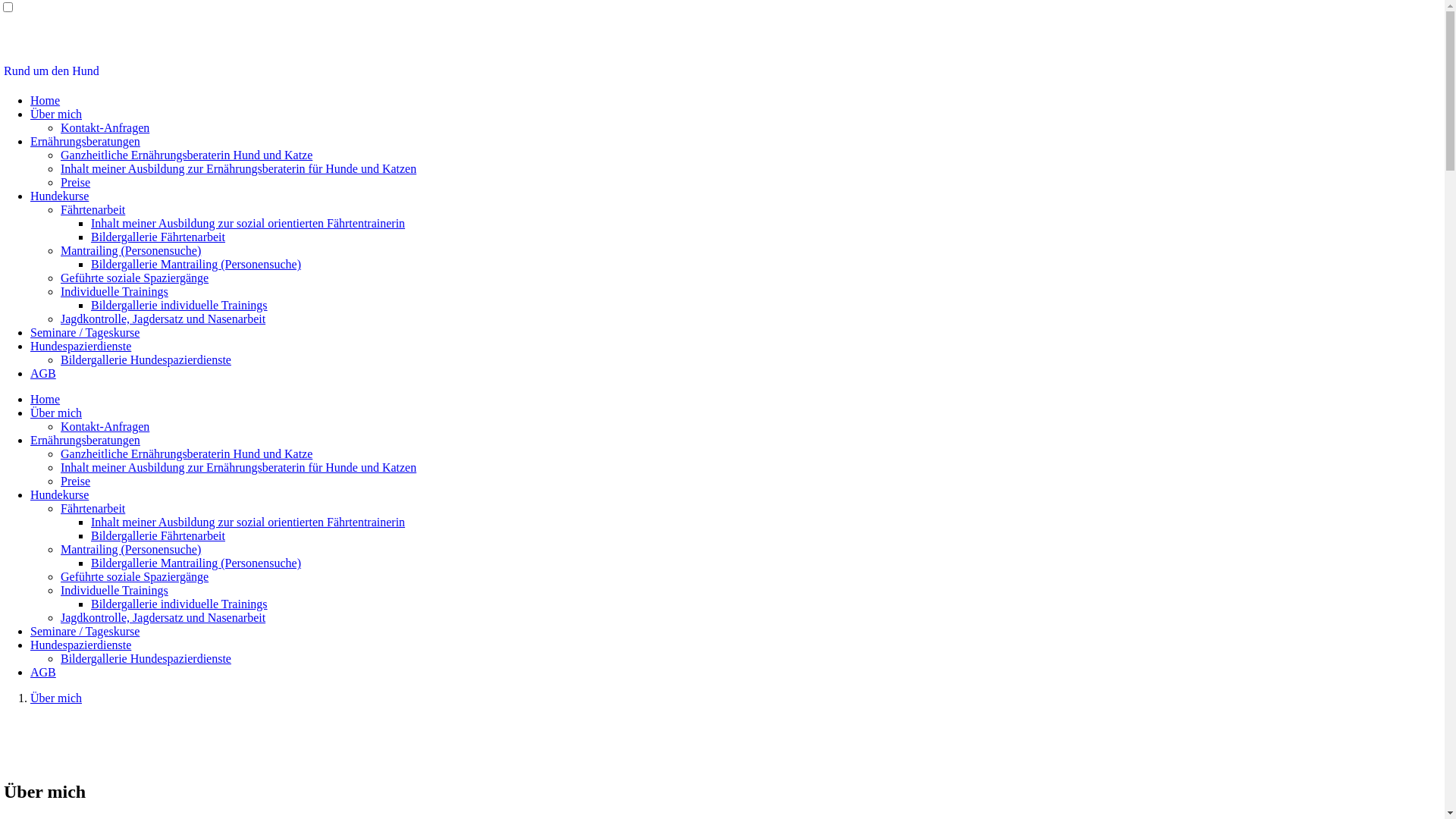 Image resolution: width=1456 pixels, height=819 pixels. I want to click on 'Home', so click(45, 398).